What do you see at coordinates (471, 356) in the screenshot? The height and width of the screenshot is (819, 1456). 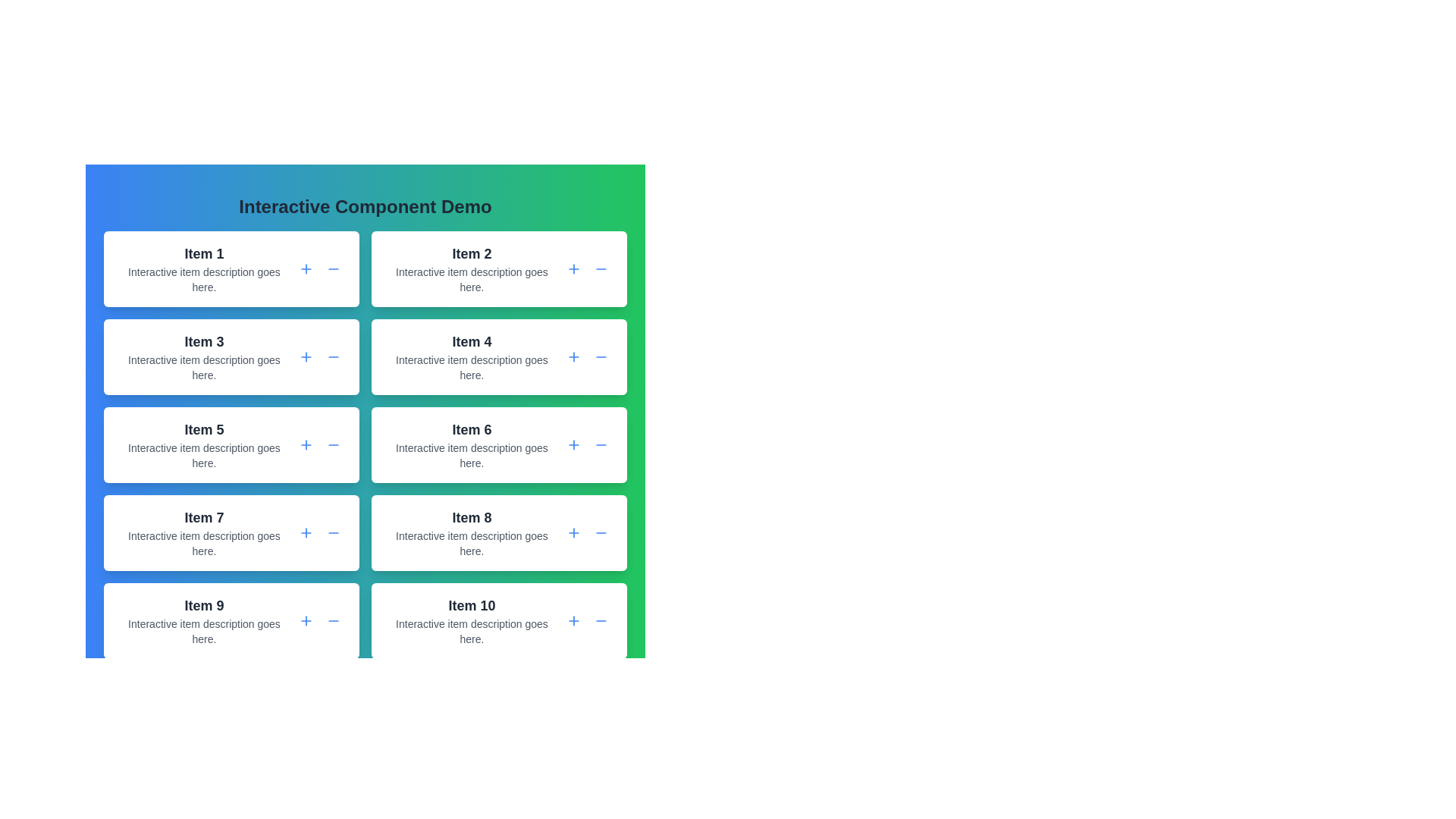 I see `the Text block with heading and description located in the second column of the second row, positioned under 'Item 2' and adjacent to 'Item 3', for accessibility` at bounding box center [471, 356].